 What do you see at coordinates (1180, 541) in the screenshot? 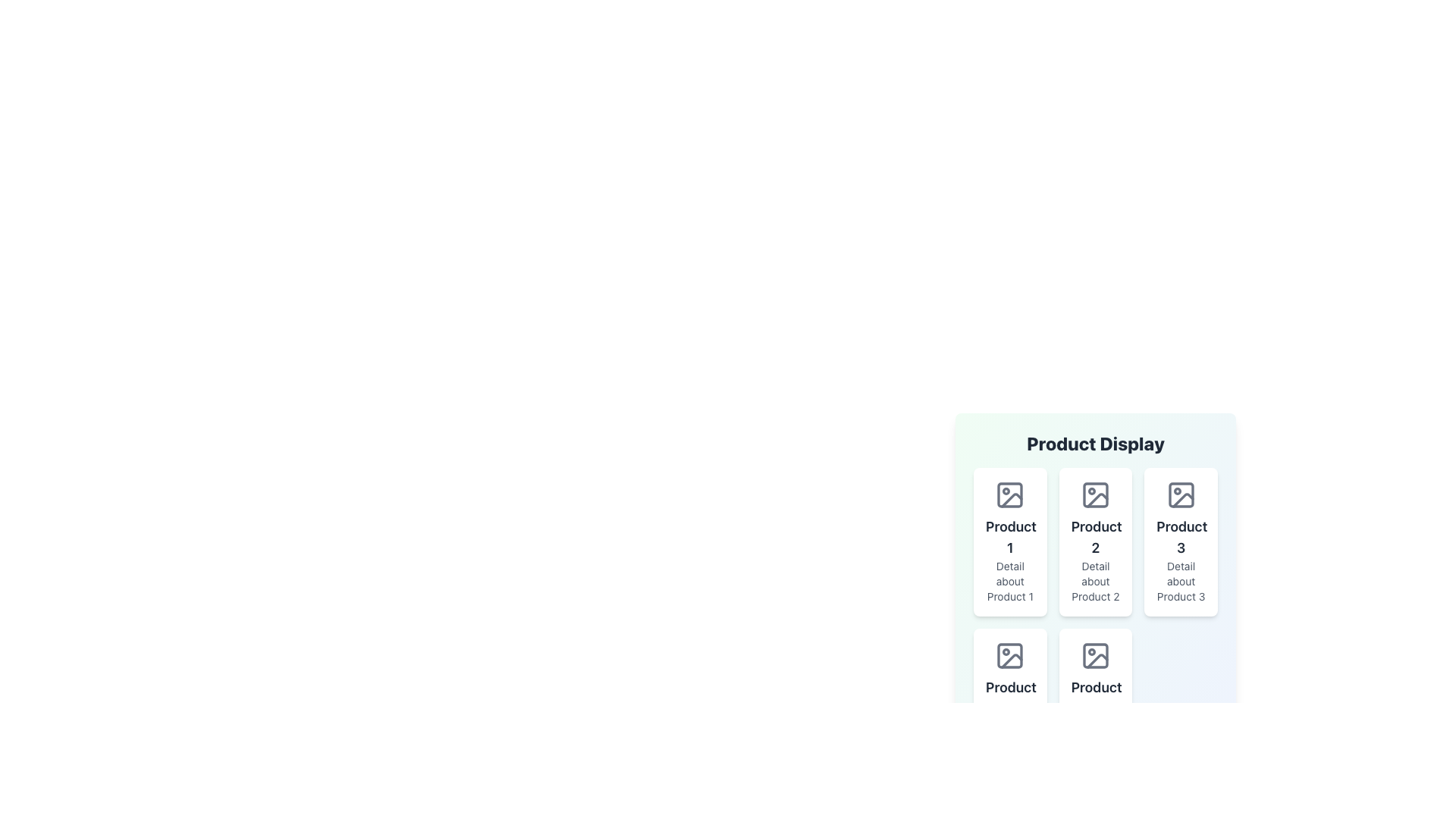
I see `the Card element displaying information about 'Product 3', which is the third item in the top row of the grid layout` at bounding box center [1180, 541].